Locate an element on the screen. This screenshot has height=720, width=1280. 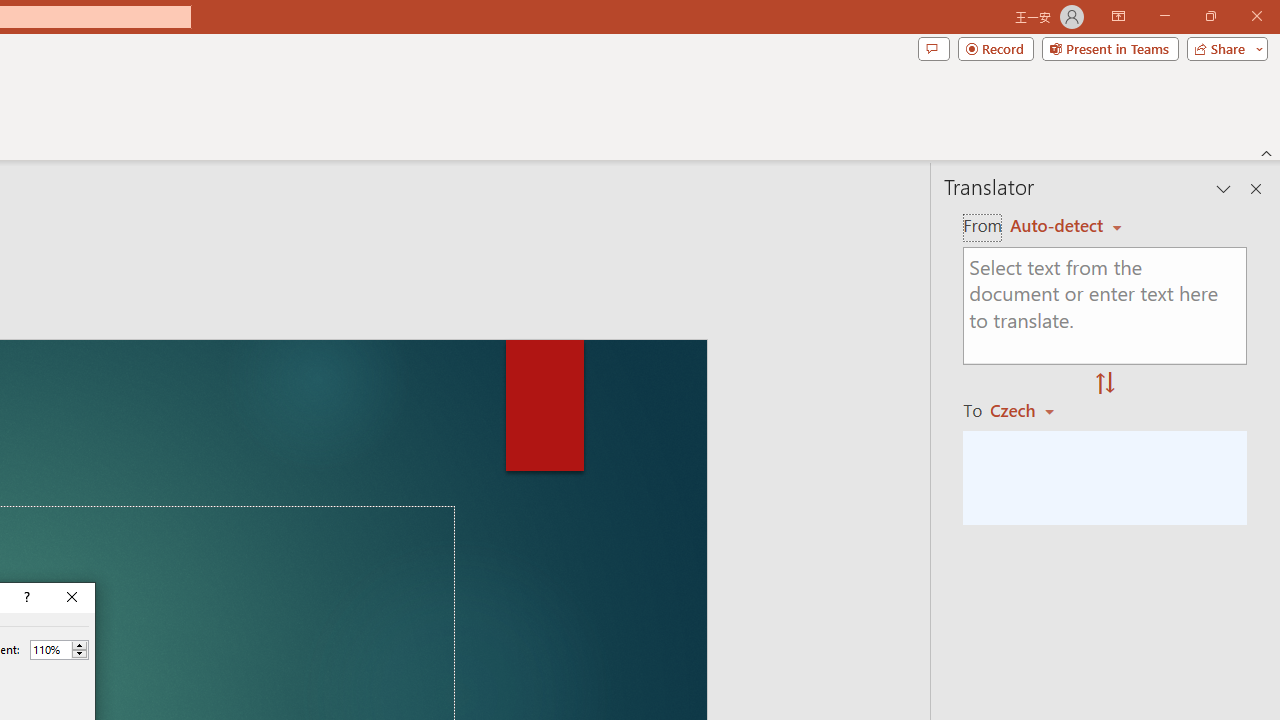
'Swap "from" and "to" languages.' is located at coordinates (1104, 384).